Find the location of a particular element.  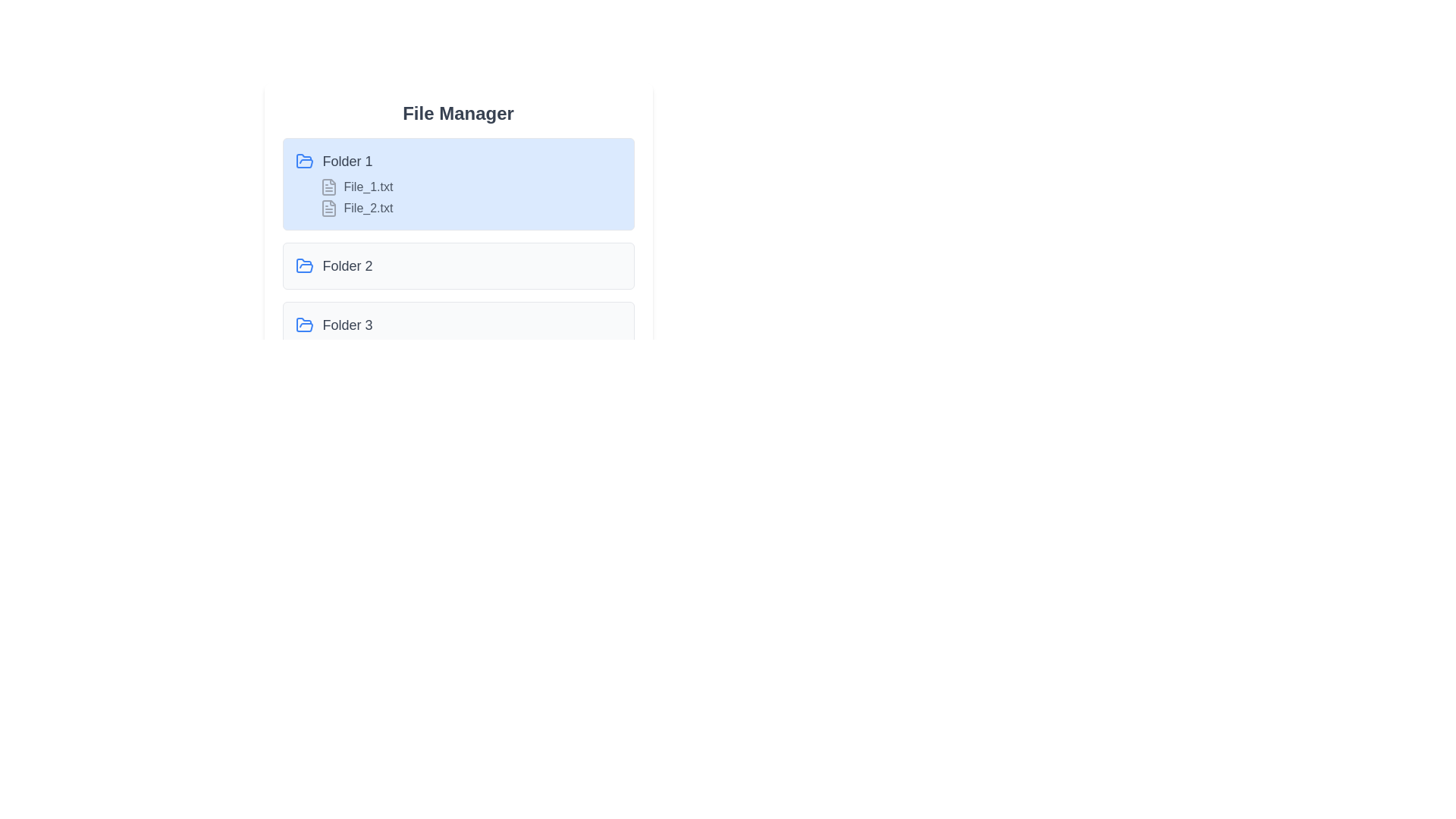

the text label indicating the file system folder named 'Folder 1', which is located on the left side of the 'File Manager' section, aligned next to a folder icon is located at coordinates (347, 161).